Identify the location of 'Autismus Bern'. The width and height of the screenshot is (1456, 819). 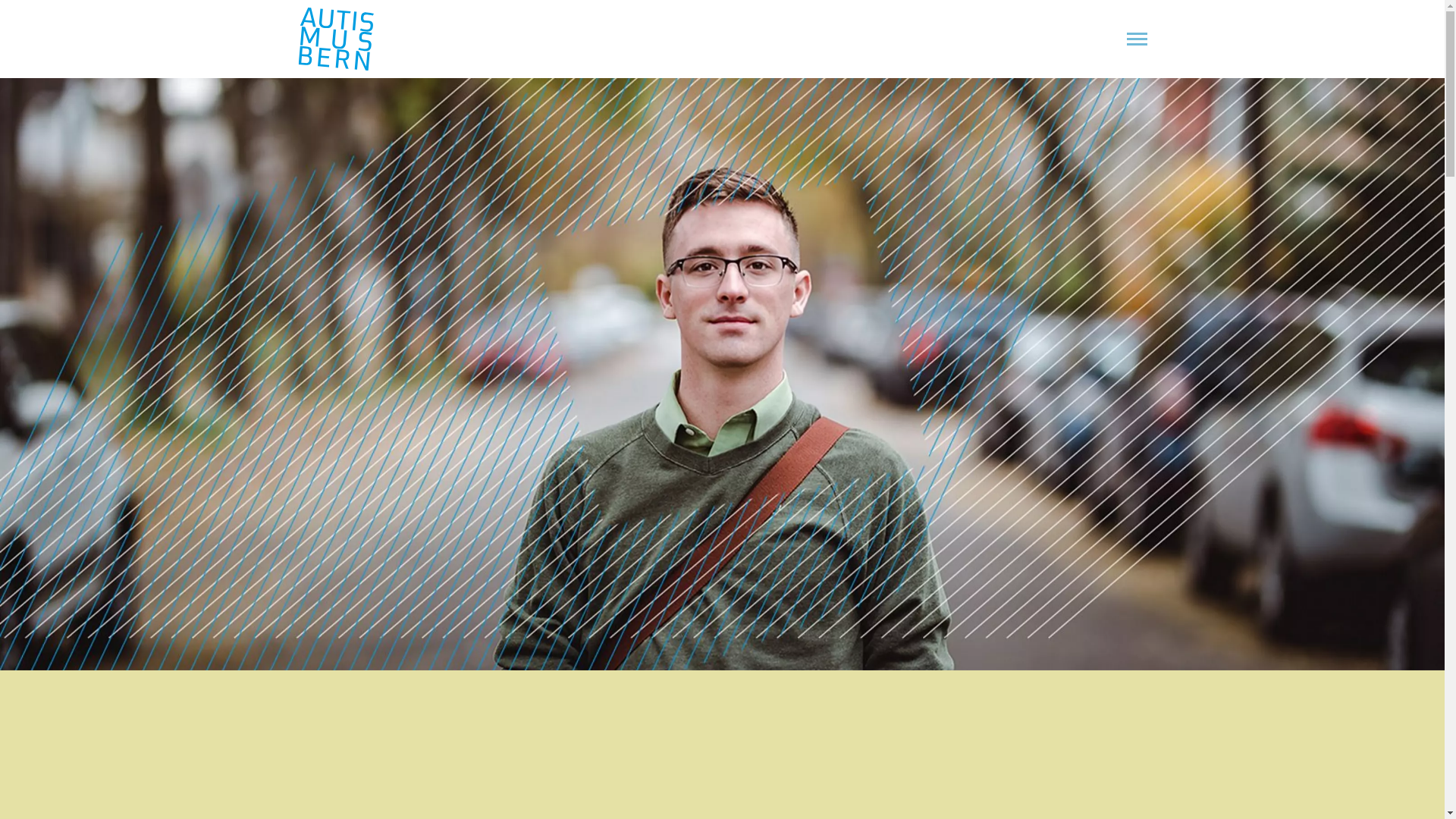
(297, 38).